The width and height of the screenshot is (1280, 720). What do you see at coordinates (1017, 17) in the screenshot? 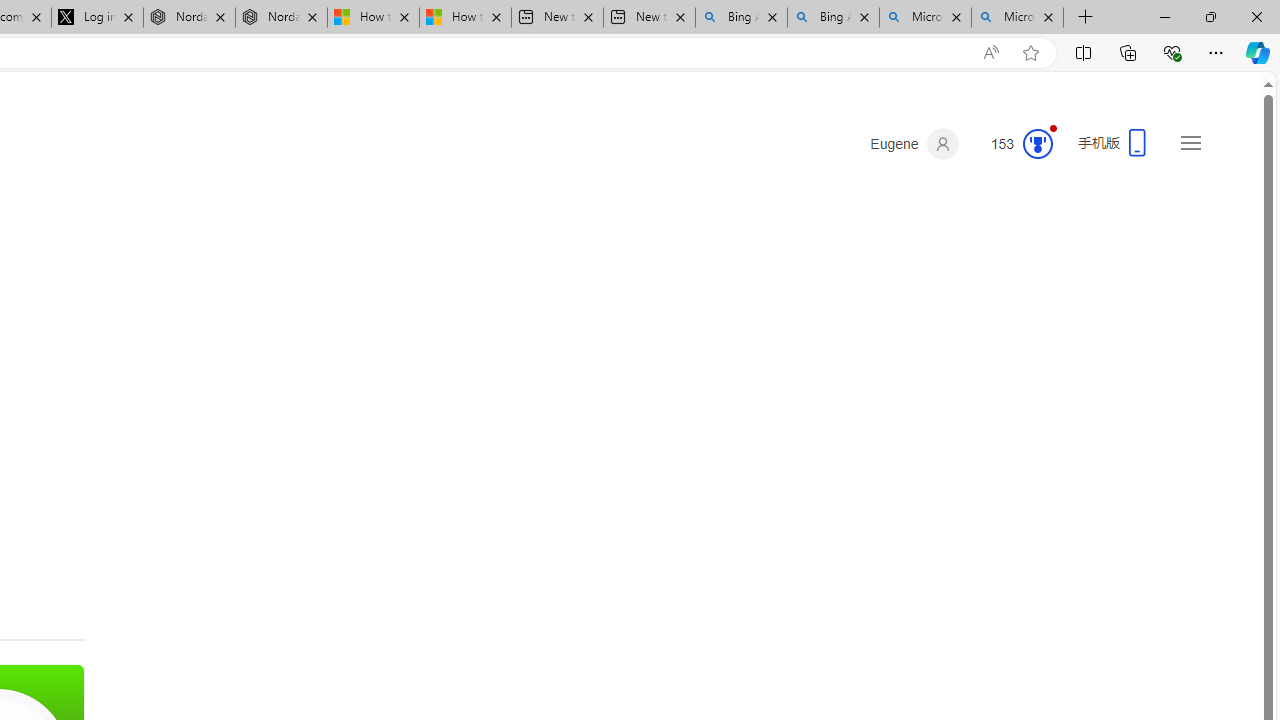
I see `'Microsoft Bing Timeline - Search'` at bounding box center [1017, 17].